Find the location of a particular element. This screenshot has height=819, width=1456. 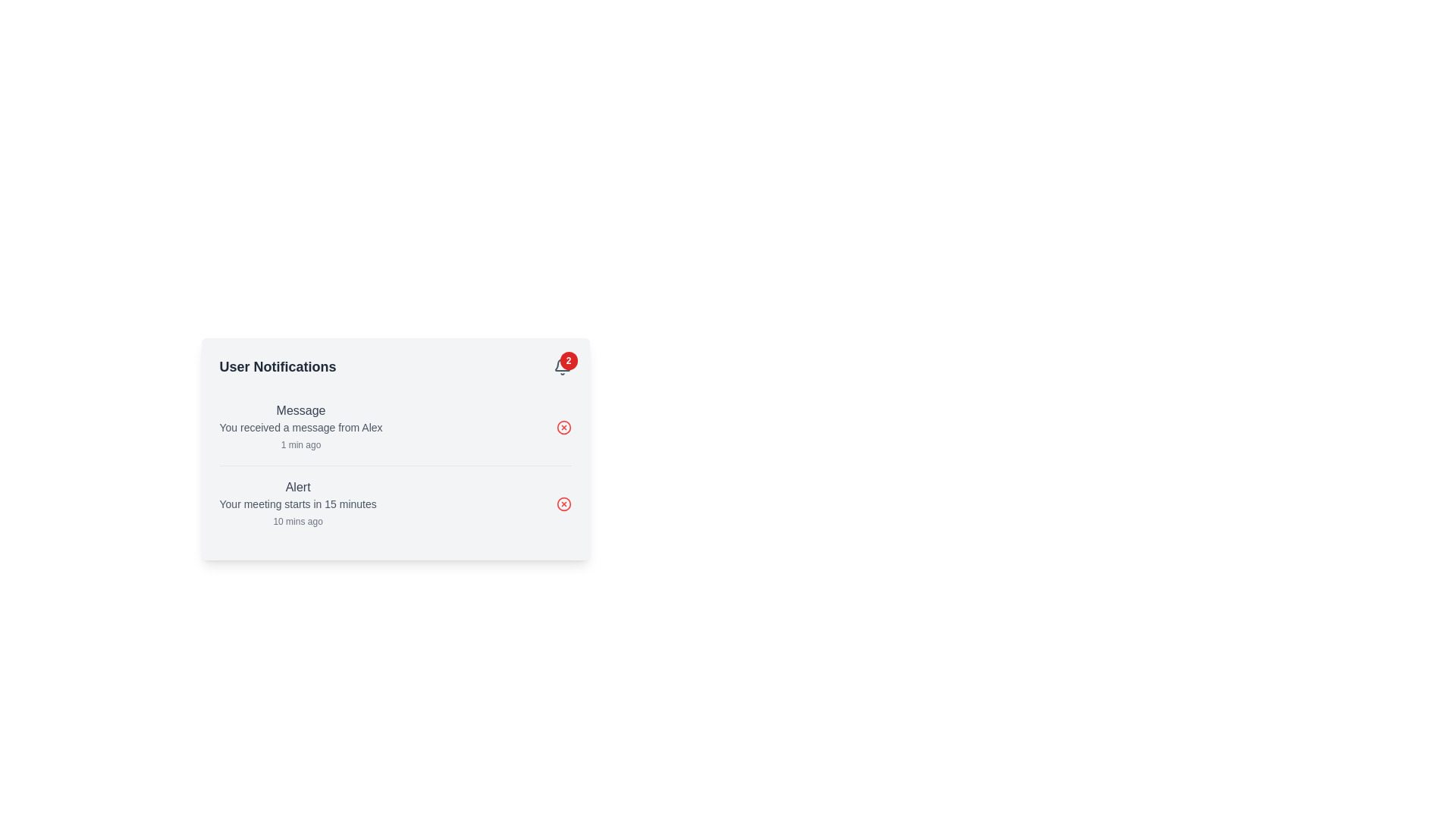

text label displaying '1 min ago' located in the bottom-right section of the notifications panel is located at coordinates (301, 444).